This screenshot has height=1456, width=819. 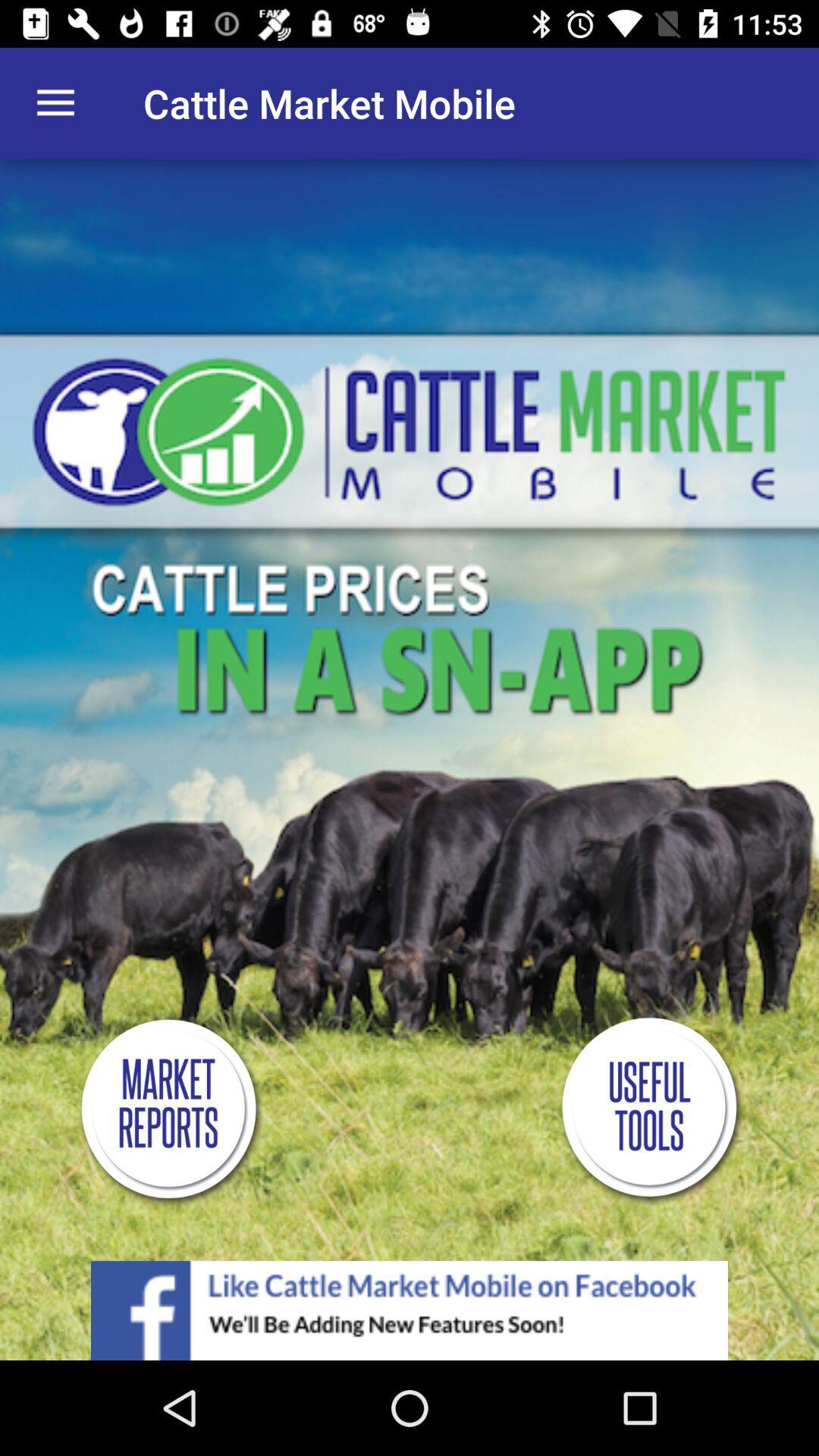 What do you see at coordinates (409, 1310) in the screenshot?
I see `advertising` at bounding box center [409, 1310].